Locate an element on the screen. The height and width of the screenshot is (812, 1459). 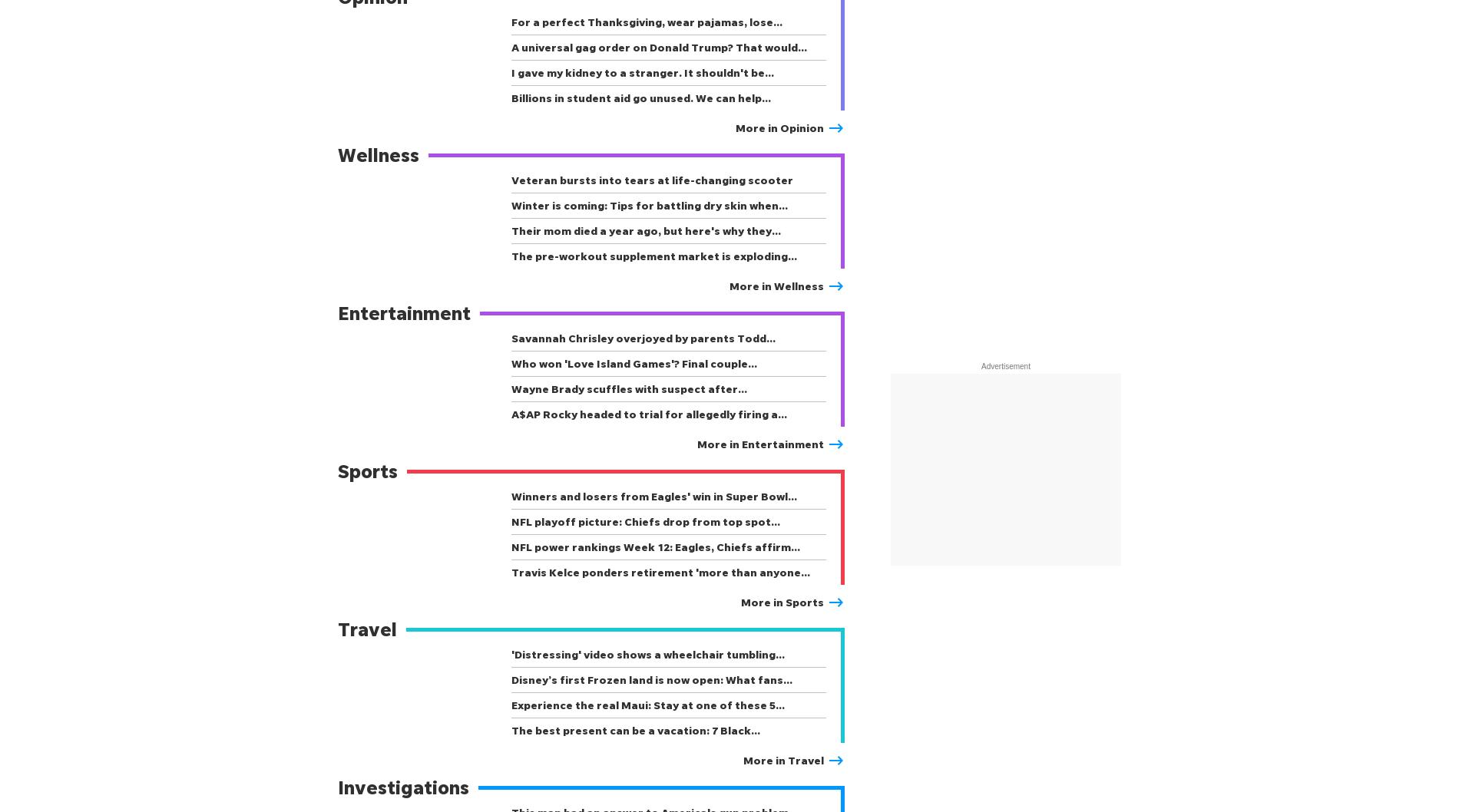
'Winners and losers from Eagles' win in Super Bowl…' is located at coordinates (653, 495).